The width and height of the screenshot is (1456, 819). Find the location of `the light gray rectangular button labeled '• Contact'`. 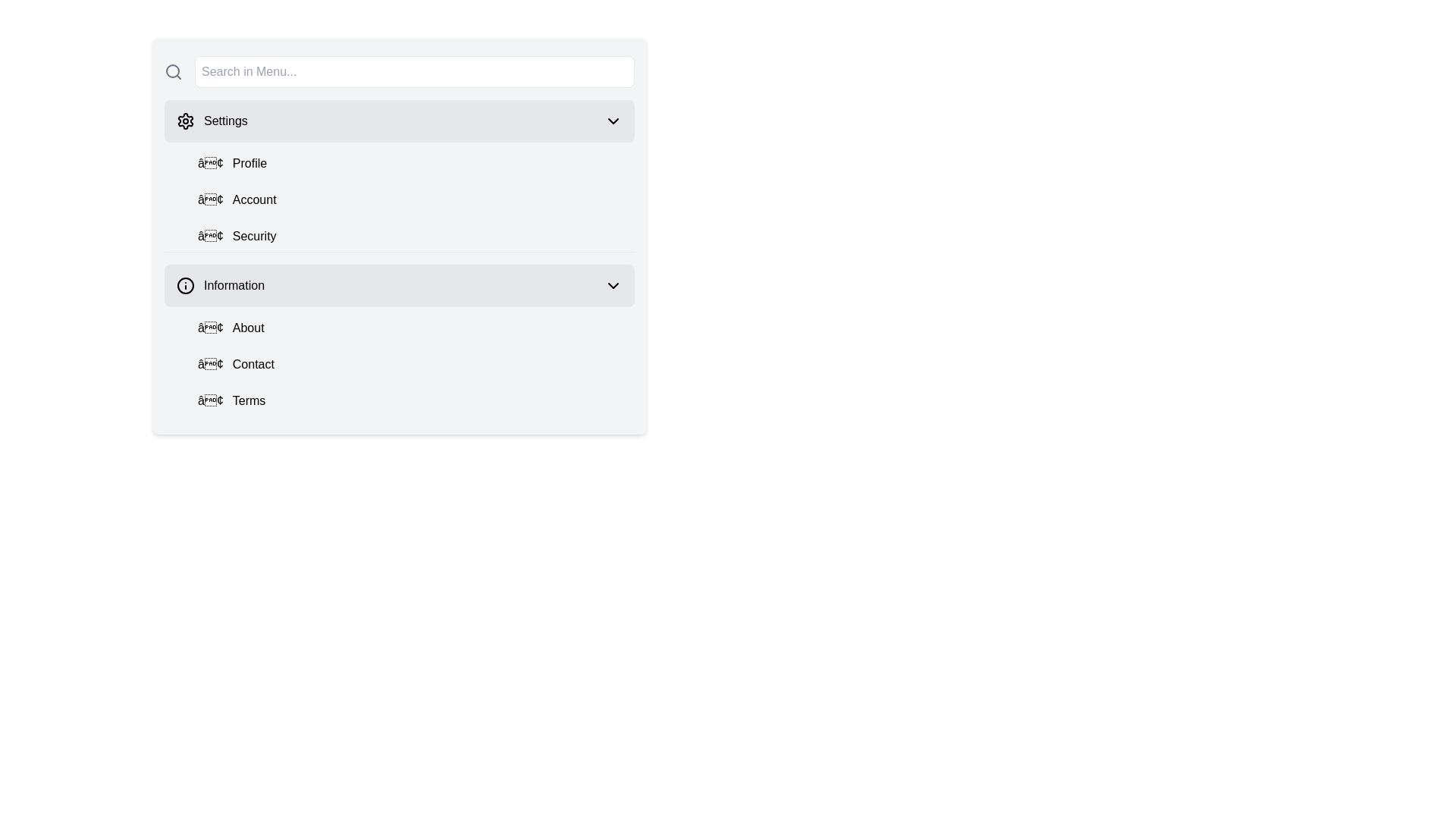

the light gray rectangular button labeled '• Contact' is located at coordinates (400, 365).